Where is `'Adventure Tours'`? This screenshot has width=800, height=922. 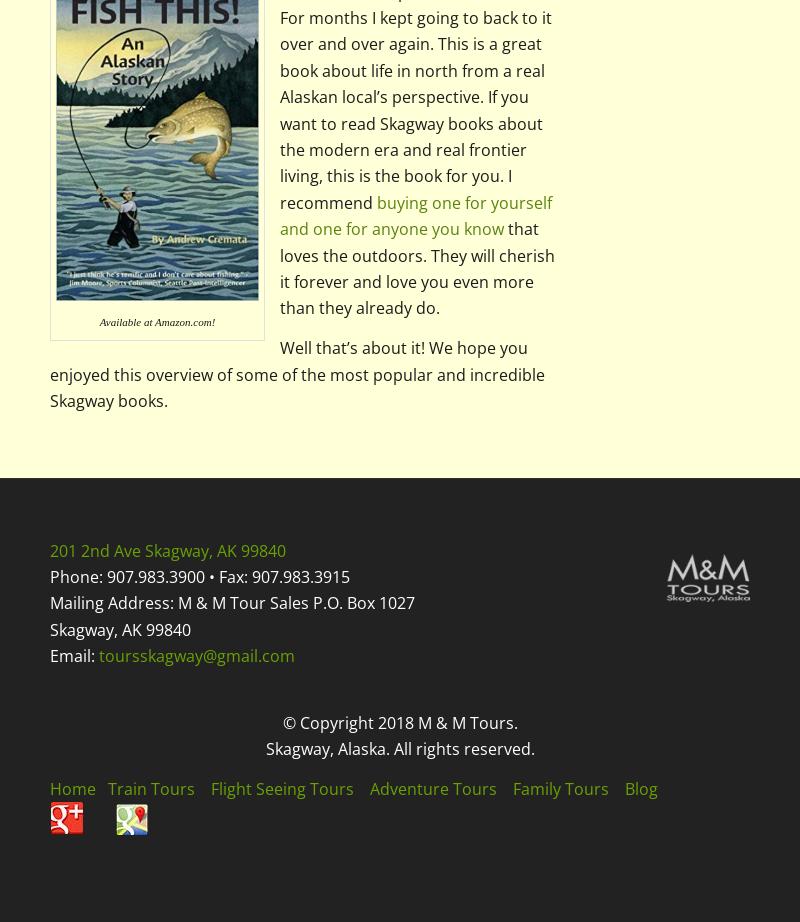
'Adventure Tours' is located at coordinates (369, 787).